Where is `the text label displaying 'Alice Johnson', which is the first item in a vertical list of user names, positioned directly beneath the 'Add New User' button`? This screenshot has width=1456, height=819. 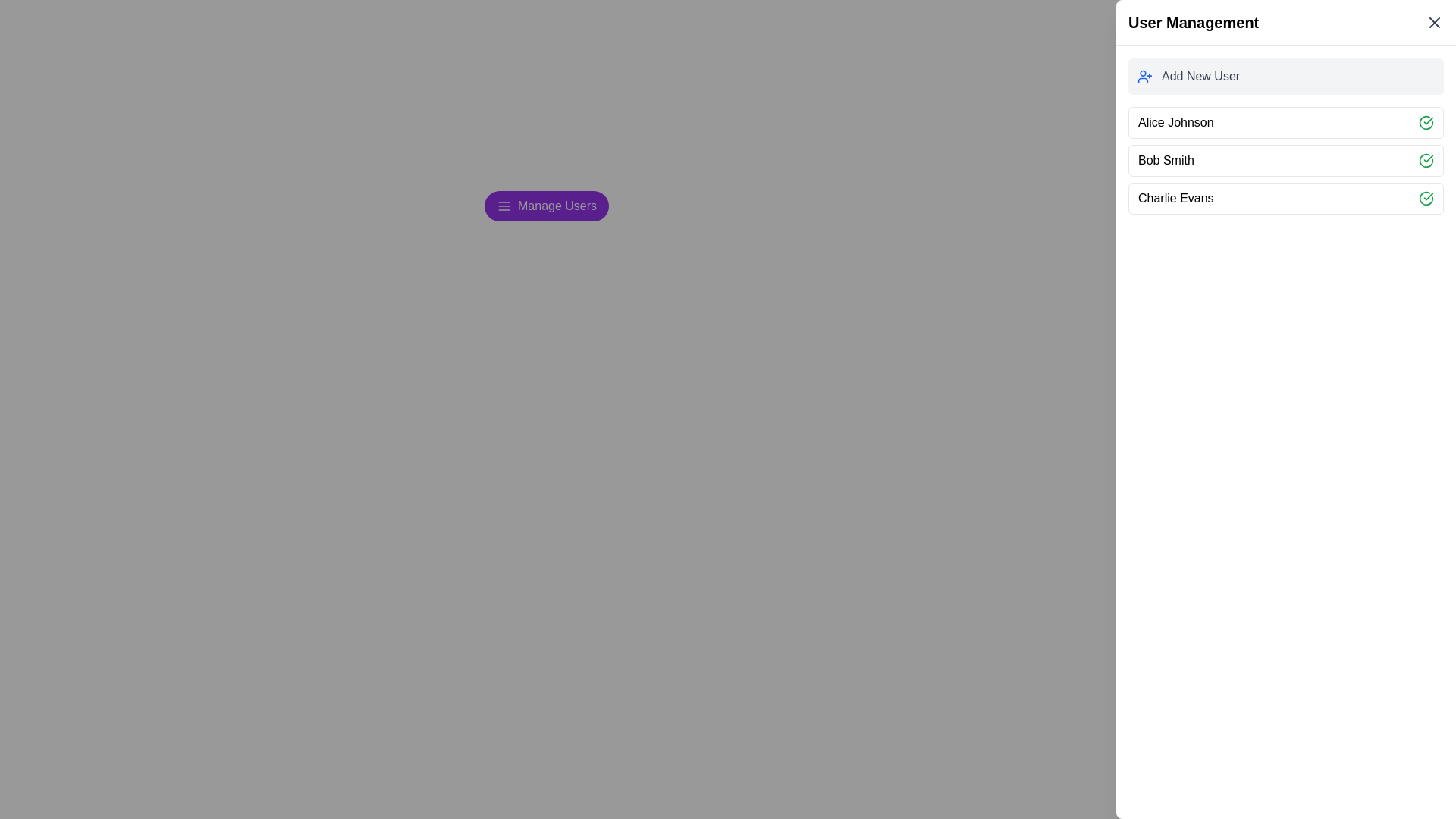
the text label displaying 'Alice Johnson', which is the first item in a vertical list of user names, positioned directly beneath the 'Add New User' button is located at coordinates (1175, 122).